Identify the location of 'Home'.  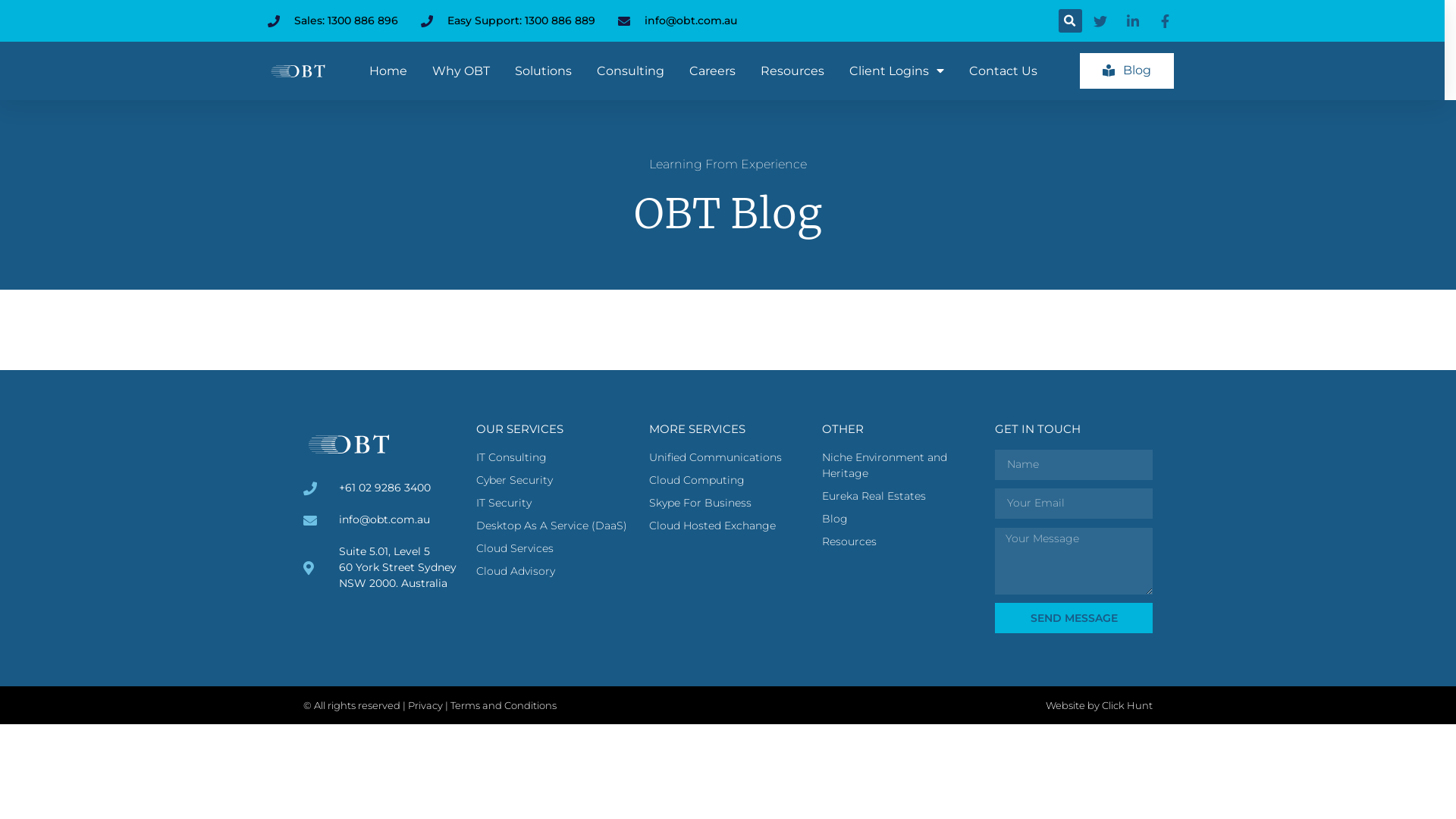
(388, 70).